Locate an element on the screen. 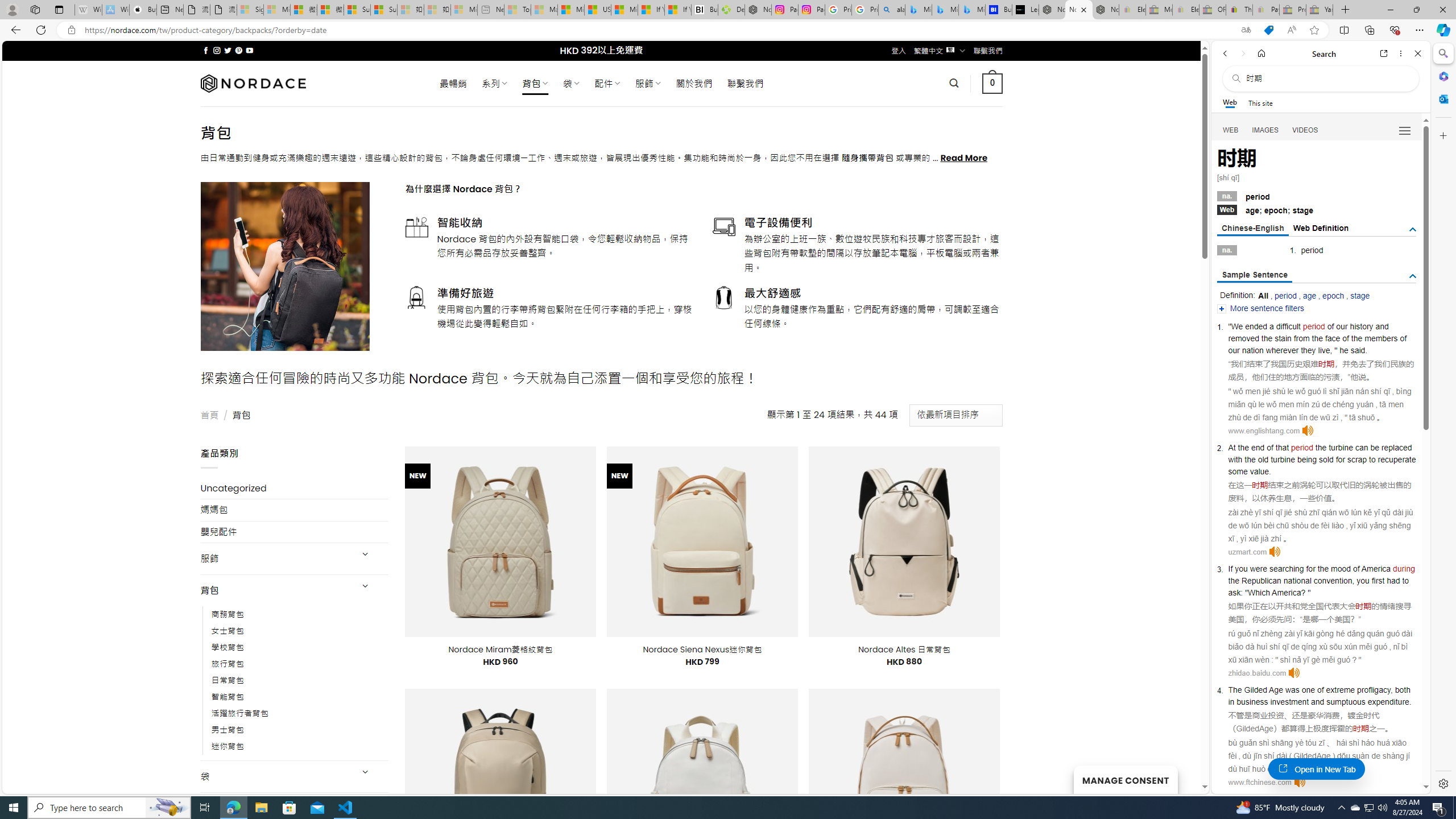  'Side bar' is located at coordinates (1443, 418).